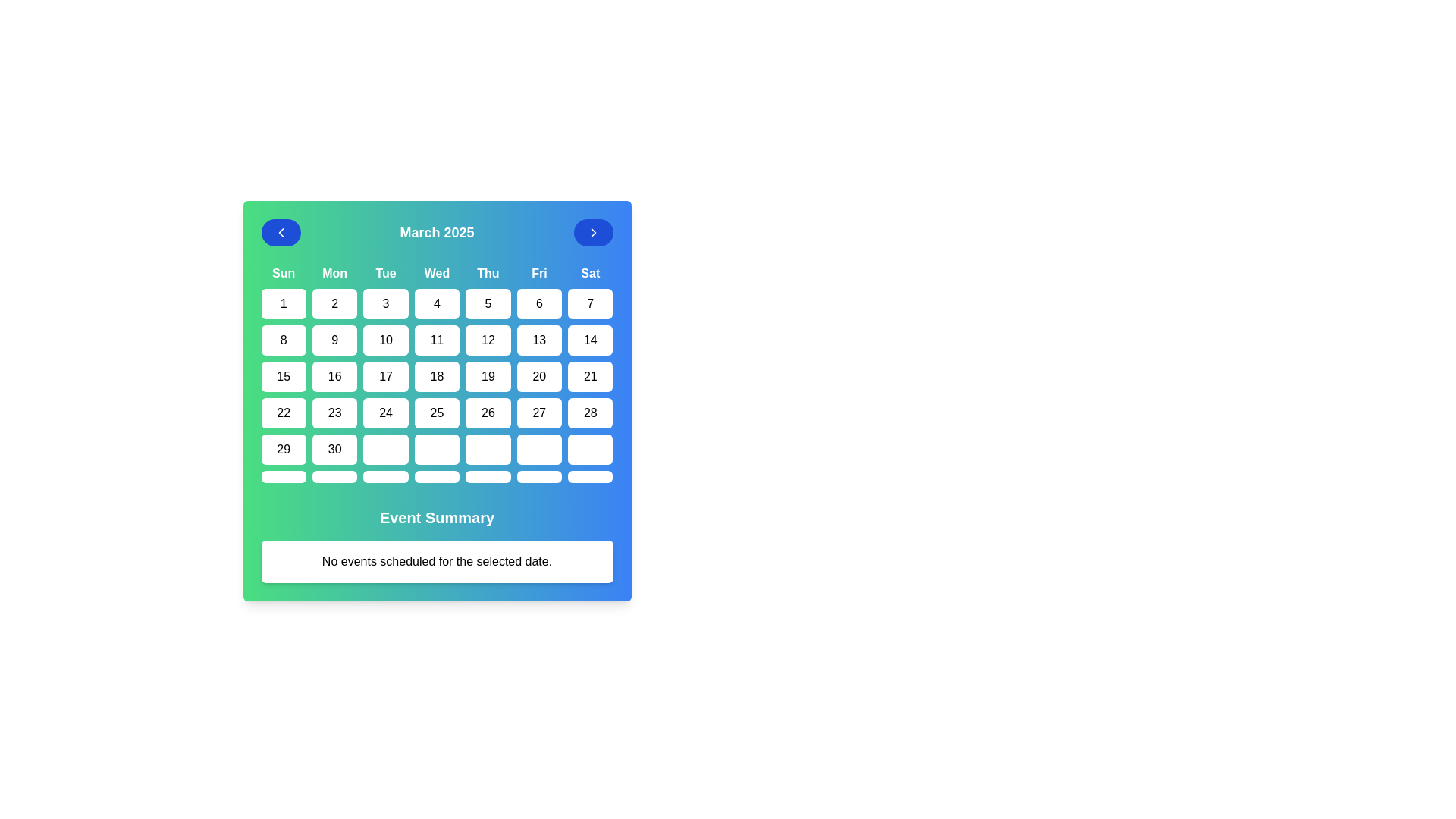  I want to click on the button representing the date '30' in the calendar view to activate it, so click(334, 449).